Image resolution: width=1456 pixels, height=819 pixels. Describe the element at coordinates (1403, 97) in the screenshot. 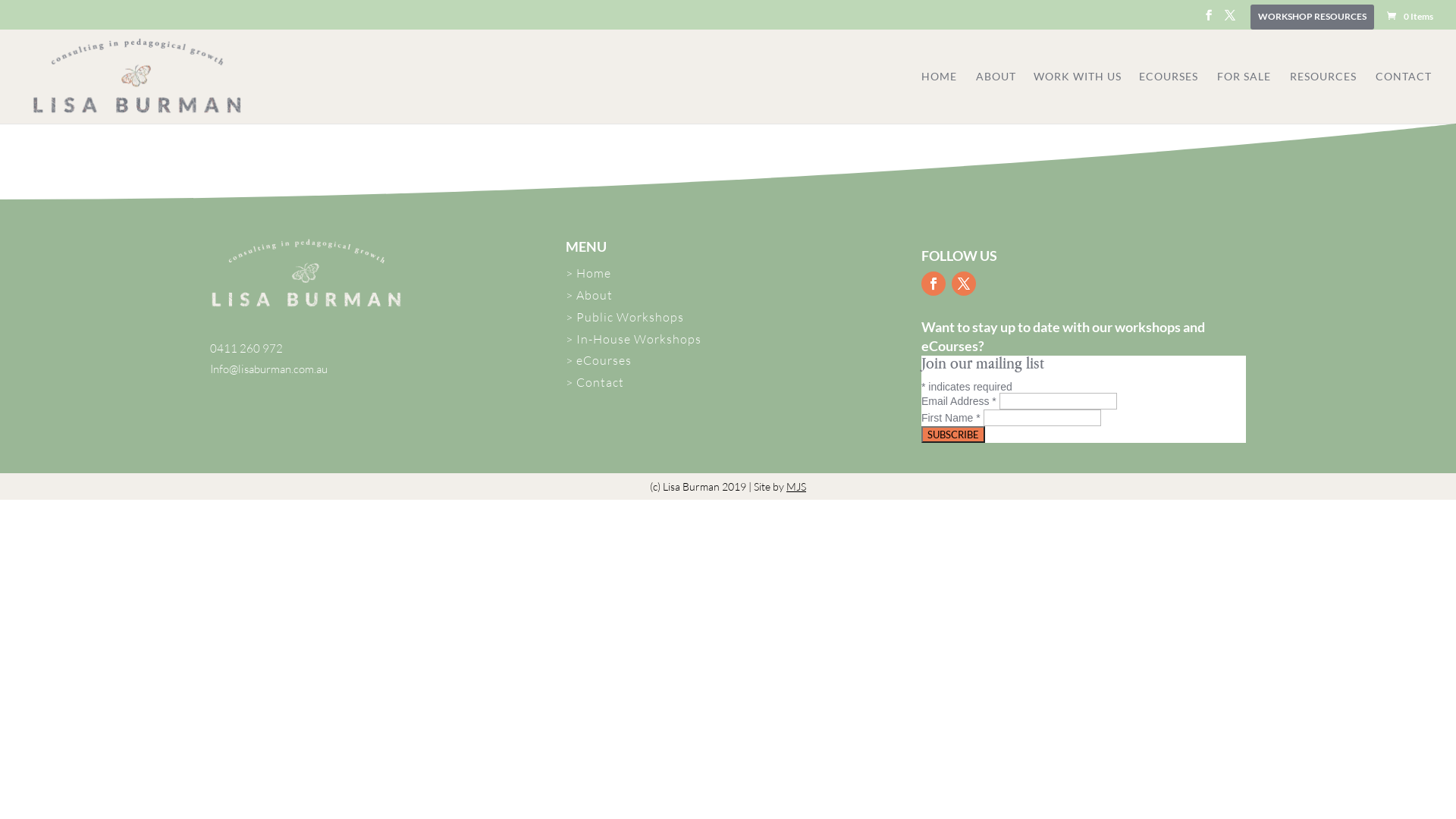

I see `'CONTACT'` at that location.